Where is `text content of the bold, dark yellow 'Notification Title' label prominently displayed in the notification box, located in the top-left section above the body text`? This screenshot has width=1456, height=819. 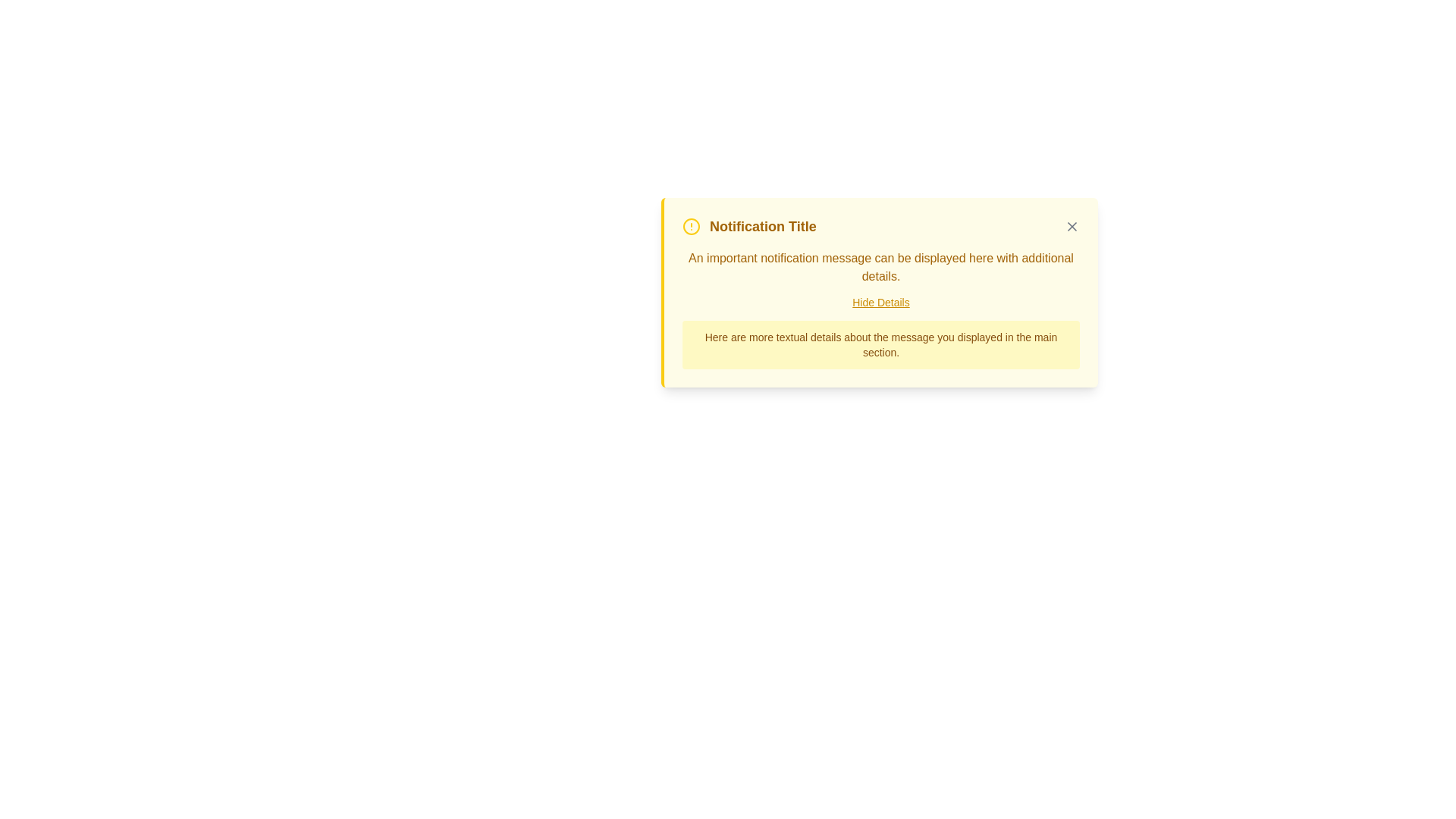 text content of the bold, dark yellow 'Notification Title' label prominently displayed in the notification box, located in the top-left section above the body text is located at coordinates (763, 227).